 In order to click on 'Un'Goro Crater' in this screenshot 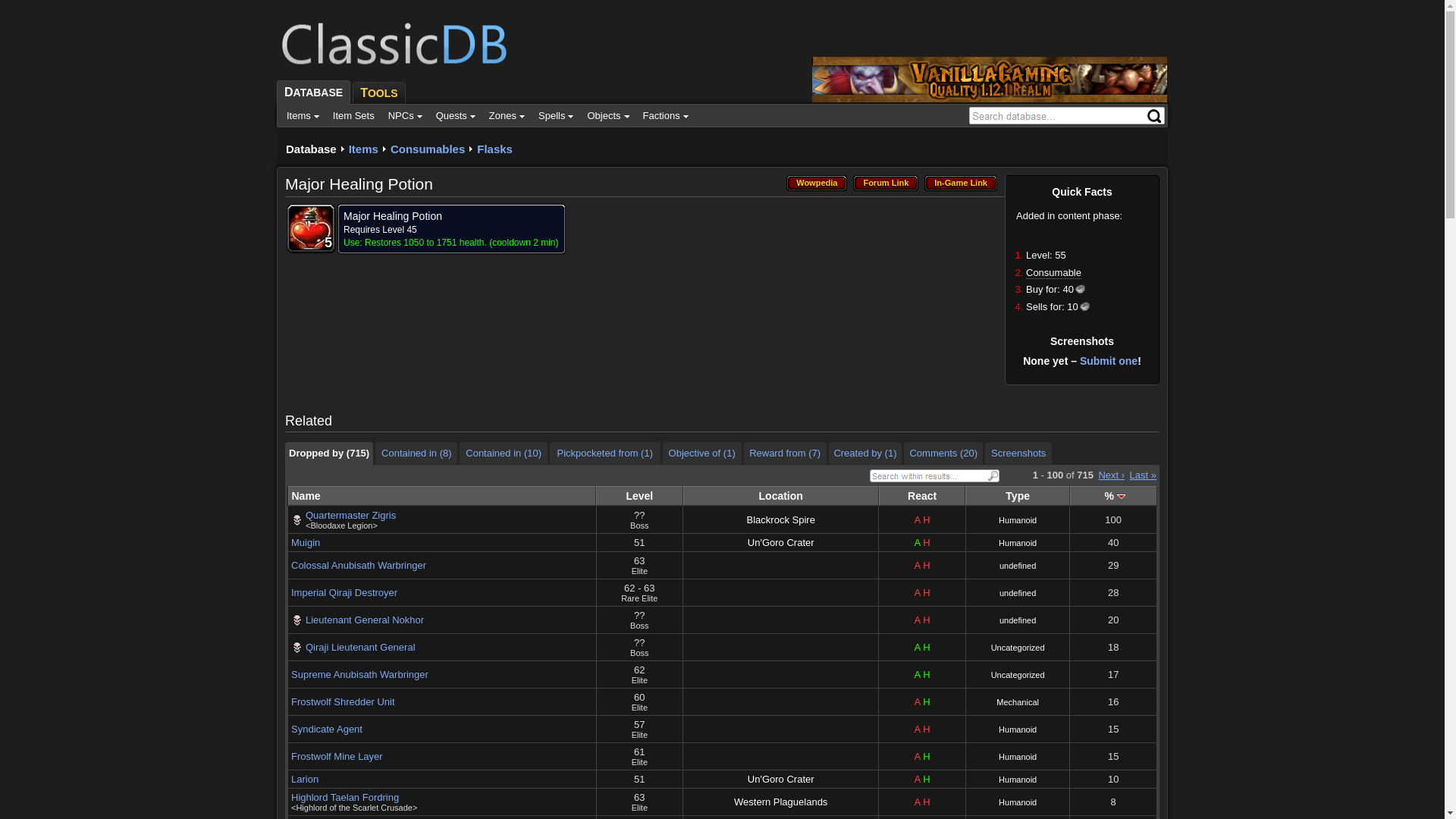, I will do `click(781, 541)`.